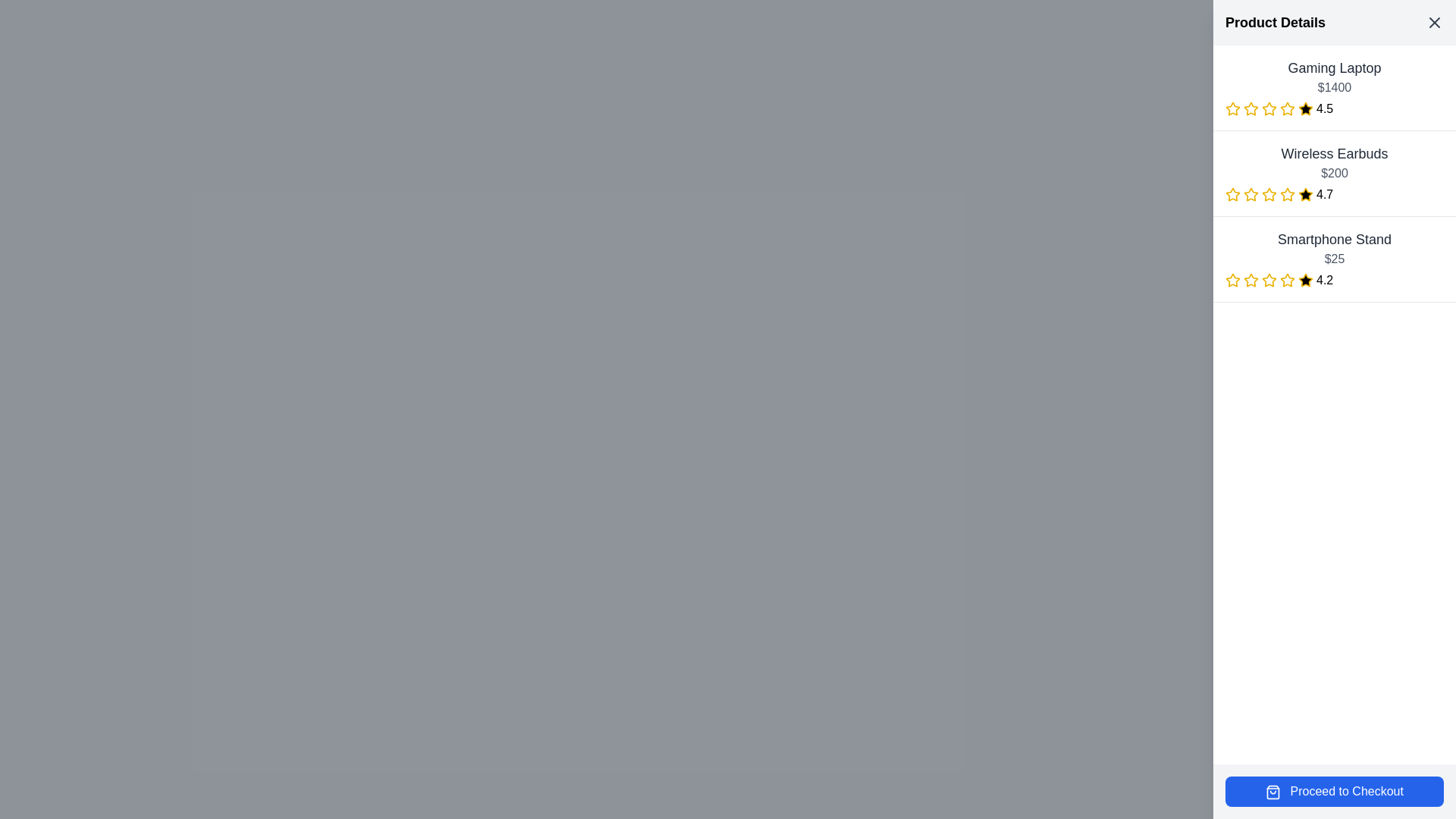  Describe the element at coordinates (1305, 194) in the screenshot. I see `the visual state of the fifth yellow filled star icon in the rating system for 'Wireless Earbuds' priced at $200, located in the second row of the product details section` at that location.